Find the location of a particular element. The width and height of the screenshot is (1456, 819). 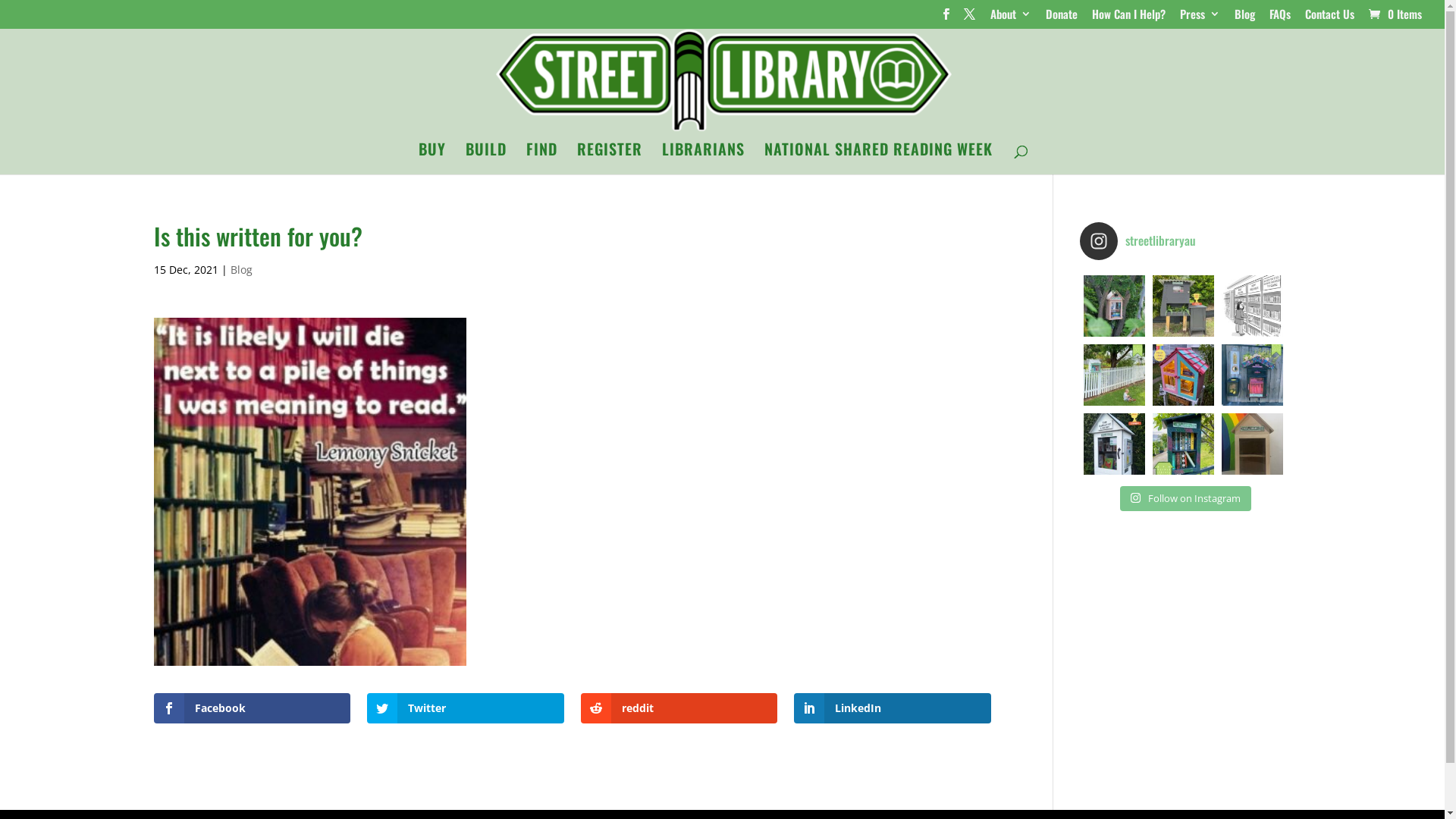

'FAQs' is located at coordinates (1279, 17).